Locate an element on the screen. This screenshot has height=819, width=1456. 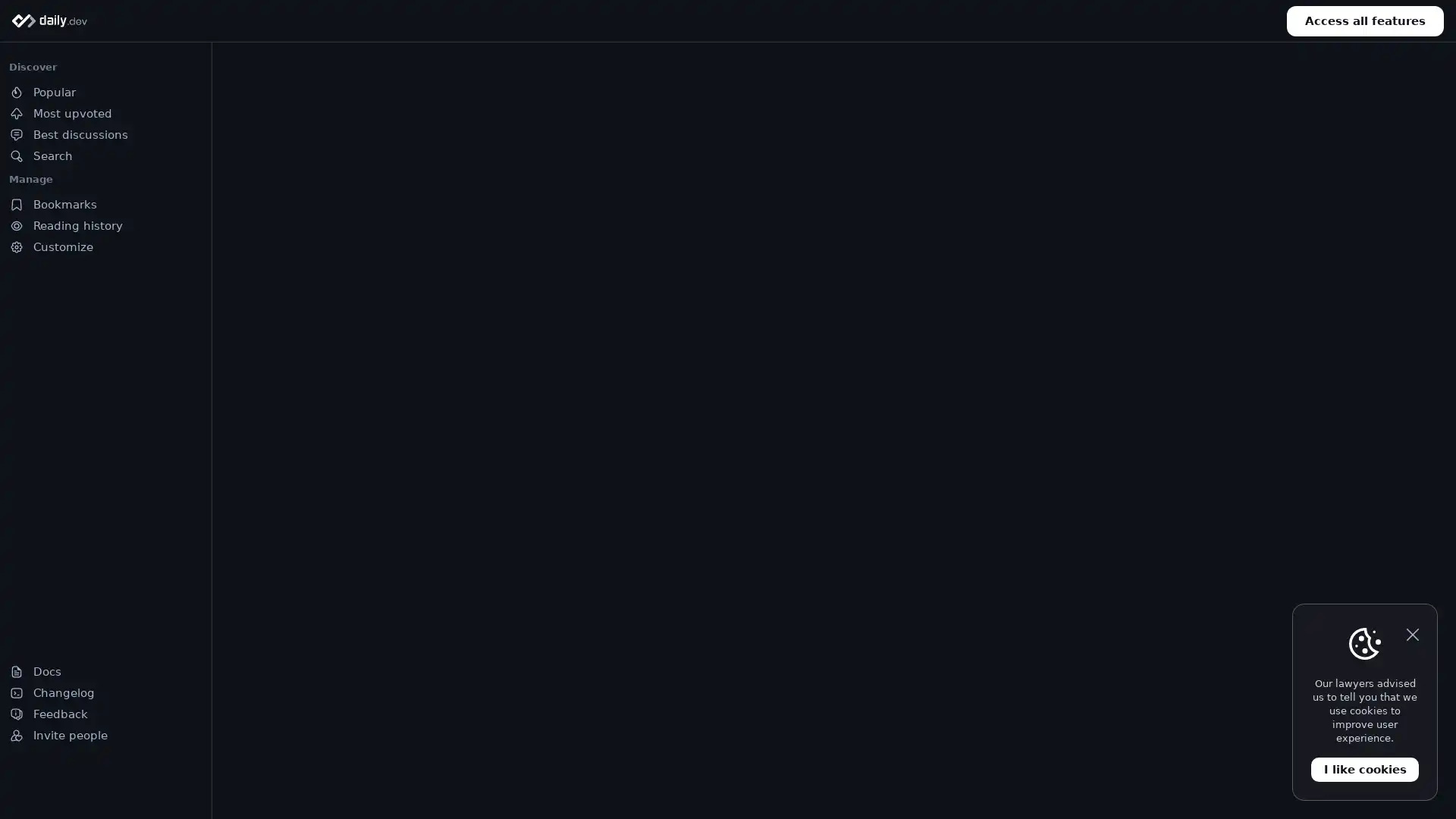
Choose tags is located at coordinates (981, 91).